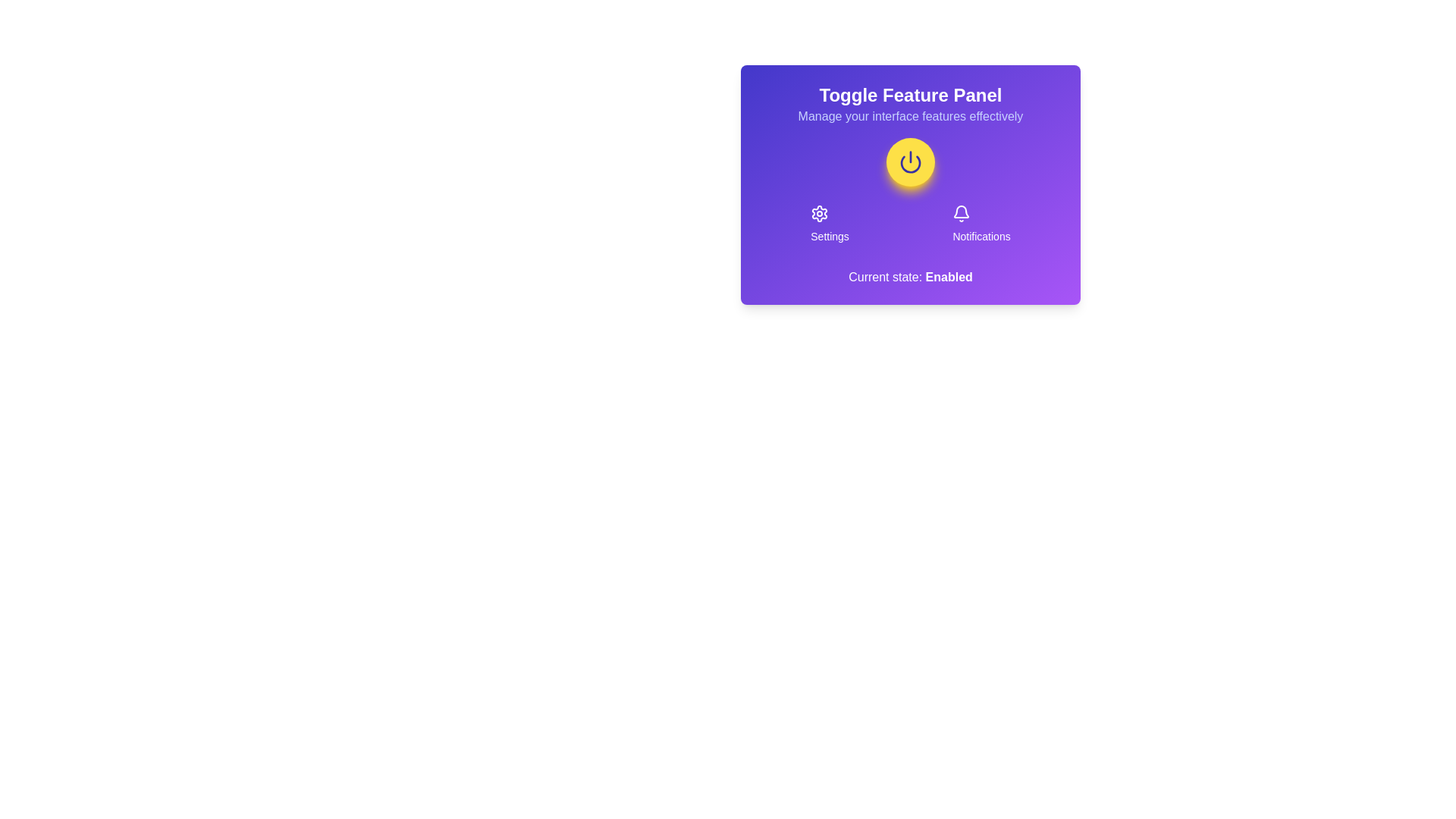  Describe the element at coordinates (829, 237) in the screenshot. I see `the 'Settings' text label with white font on a purple background, positioned below a gear icon` at that location.